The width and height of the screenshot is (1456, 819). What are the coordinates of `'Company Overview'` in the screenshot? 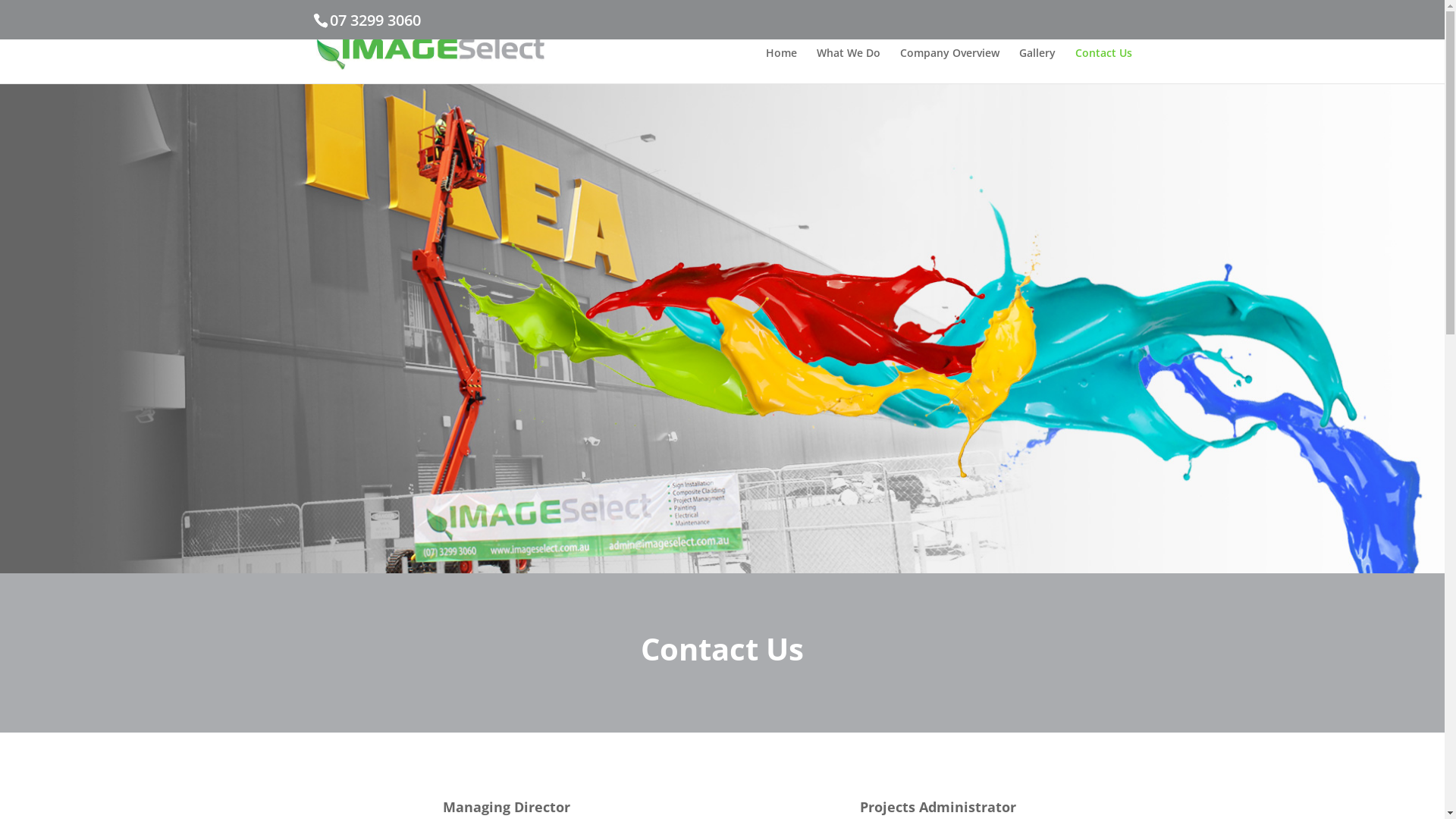 It's located at (948, 64).